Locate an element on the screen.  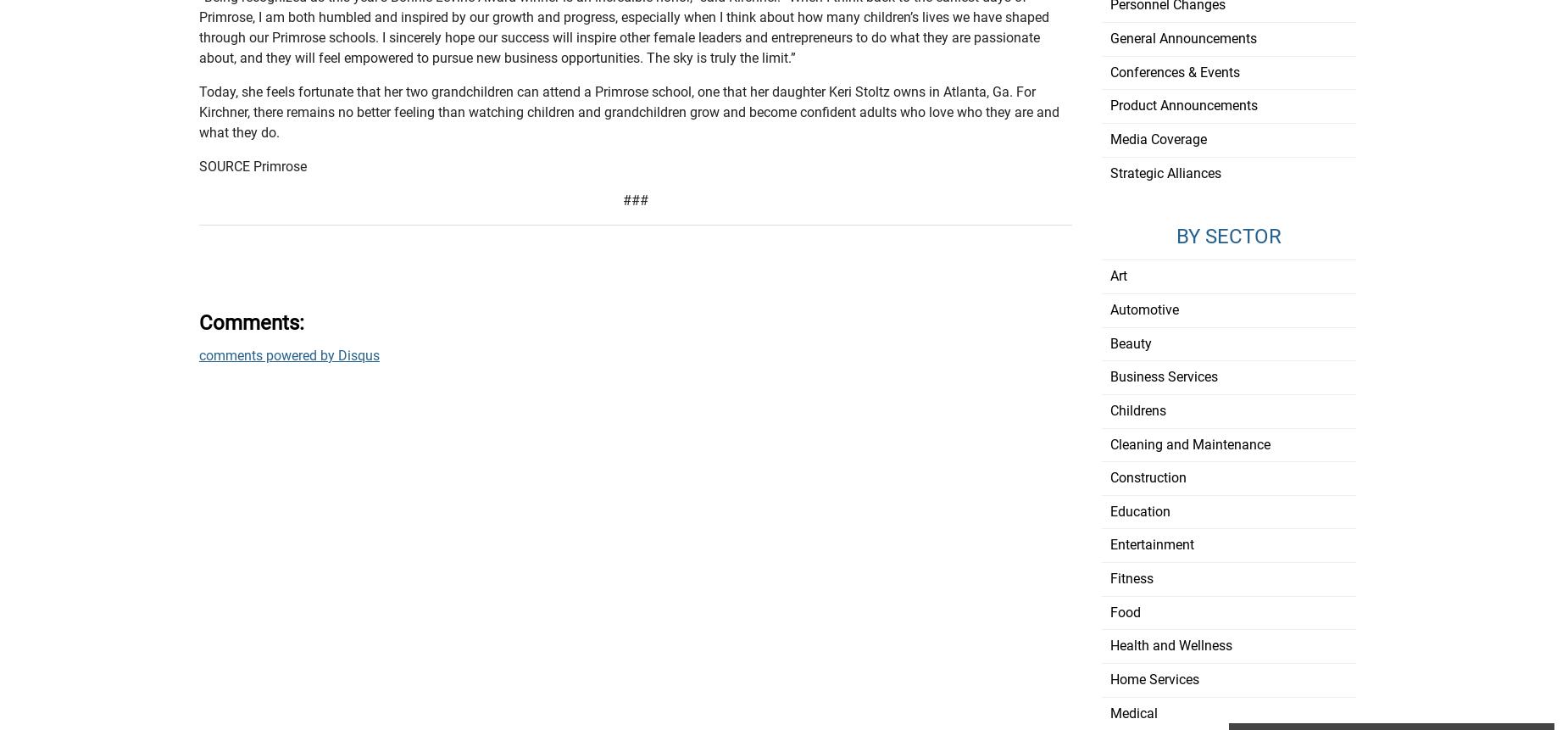
'Strategic Alliances' is located at coordinates (1165, 171).